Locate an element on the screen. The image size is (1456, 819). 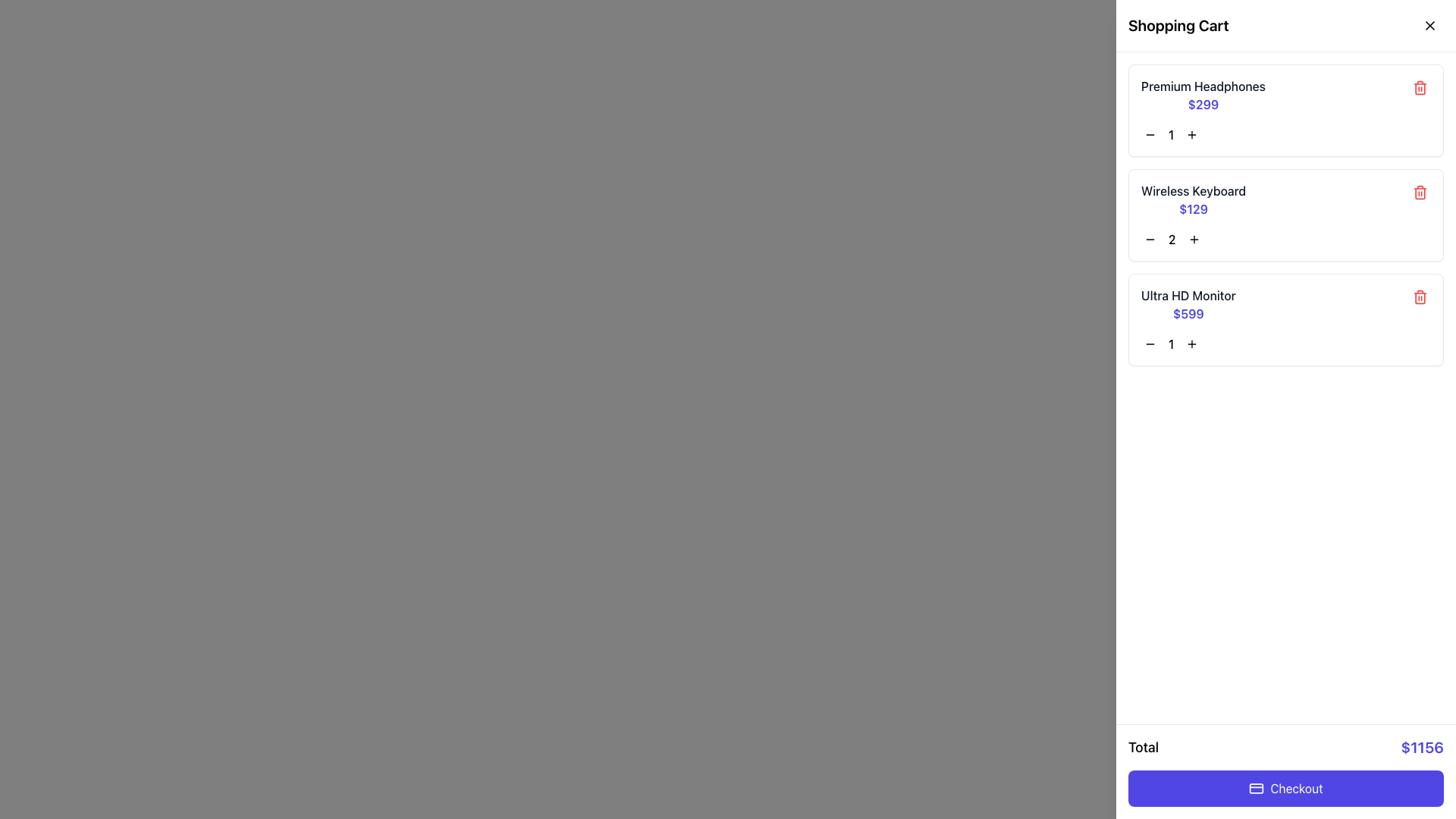
the static numeric display that shows the current quantity of a specific item in the shopping cart, located between the minus and plus buttons is located at coordinates (1171, 239).